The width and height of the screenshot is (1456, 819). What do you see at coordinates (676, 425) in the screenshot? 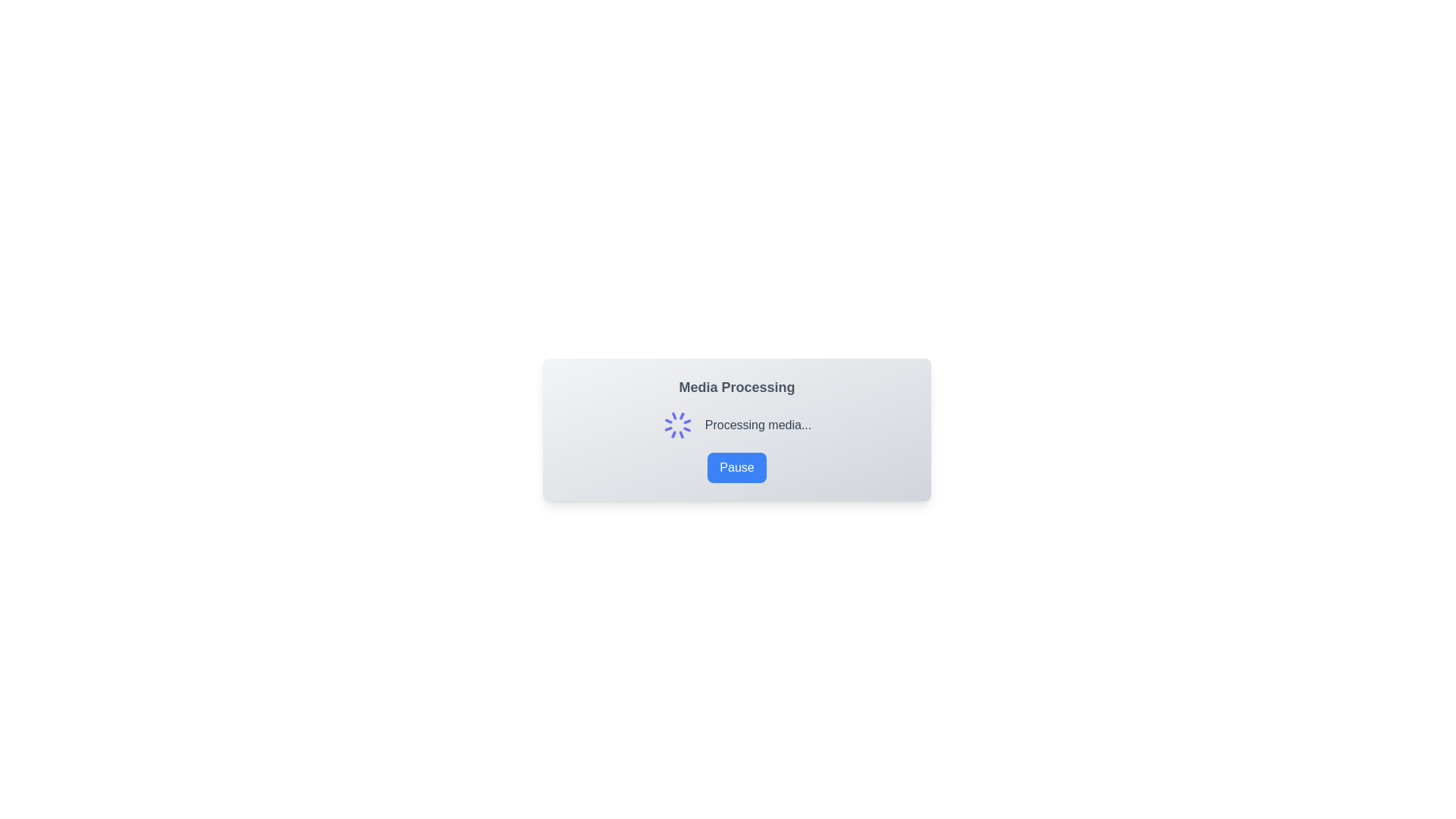
I see `the animated spinner icon, which is a circular spinner with eight indigo lines indicating a loading state, located to the left of 'Processing media...' and above the 'Pause' button` at bounding box center [676, 425].